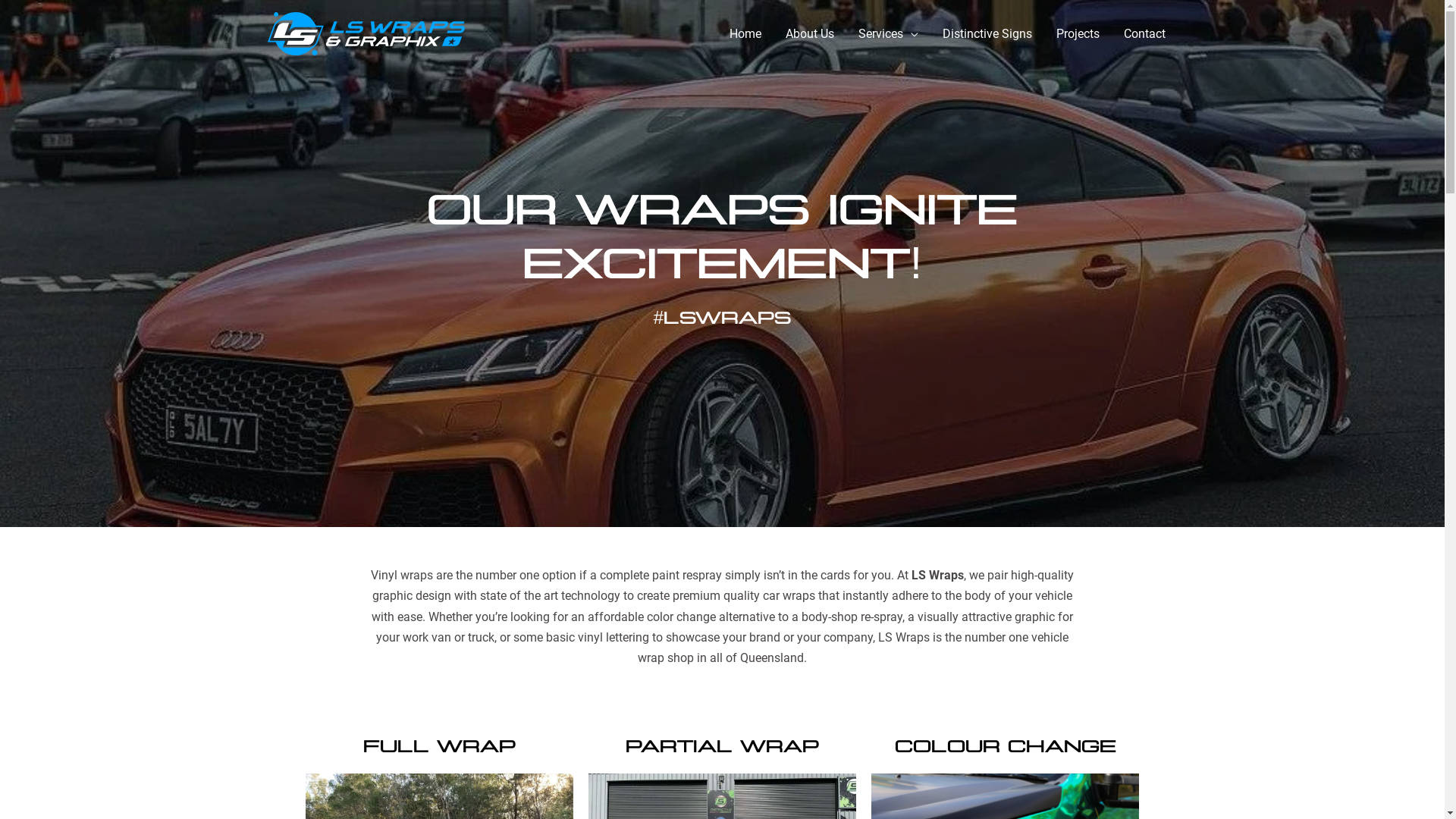  Describe the element at coordinates (1076, 34) in the screenshot. I see `'Projects'` at that location.